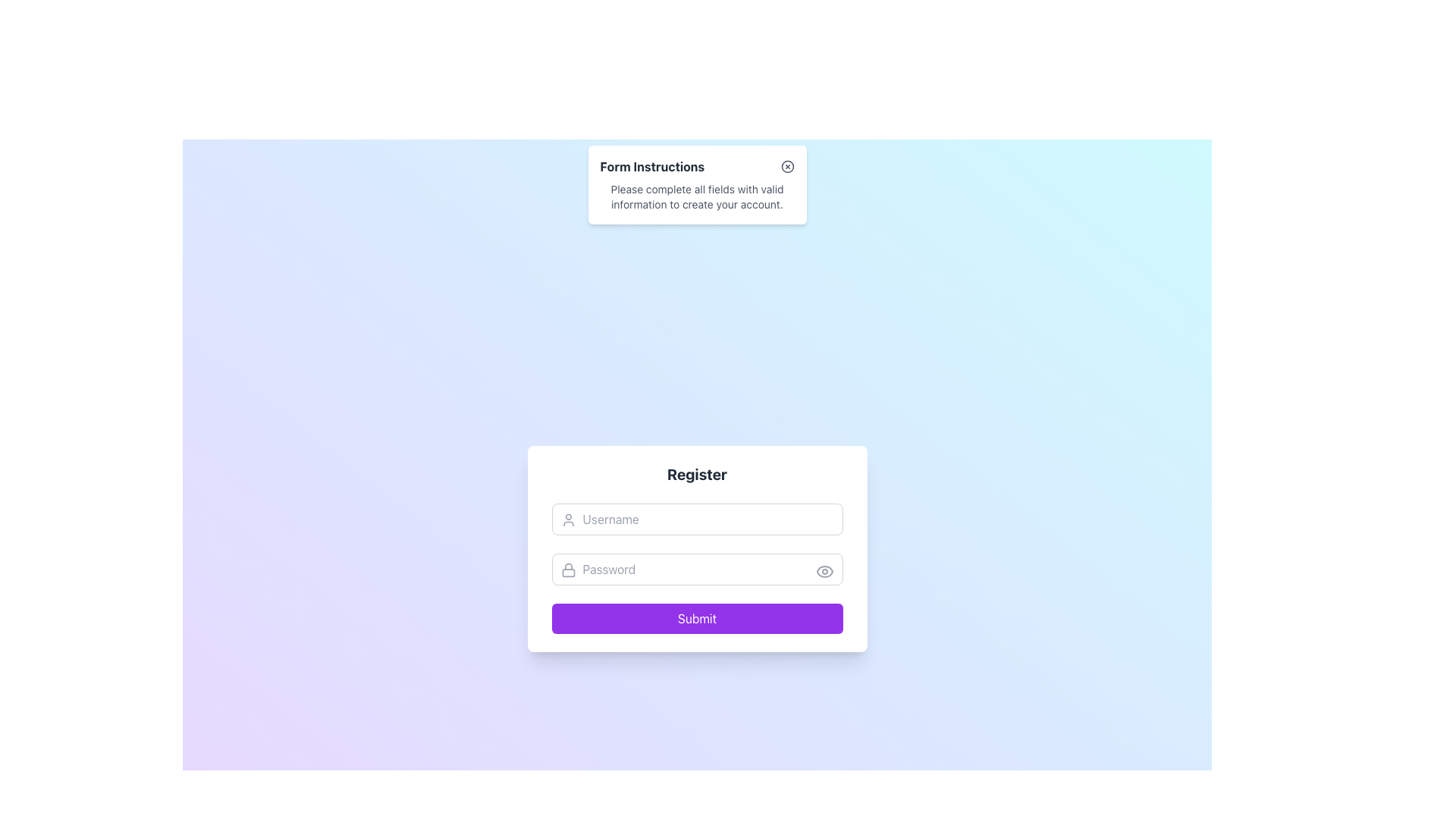  I want to click on the eye-shaped icon button on the far right of the password input field, so click(824, 571).